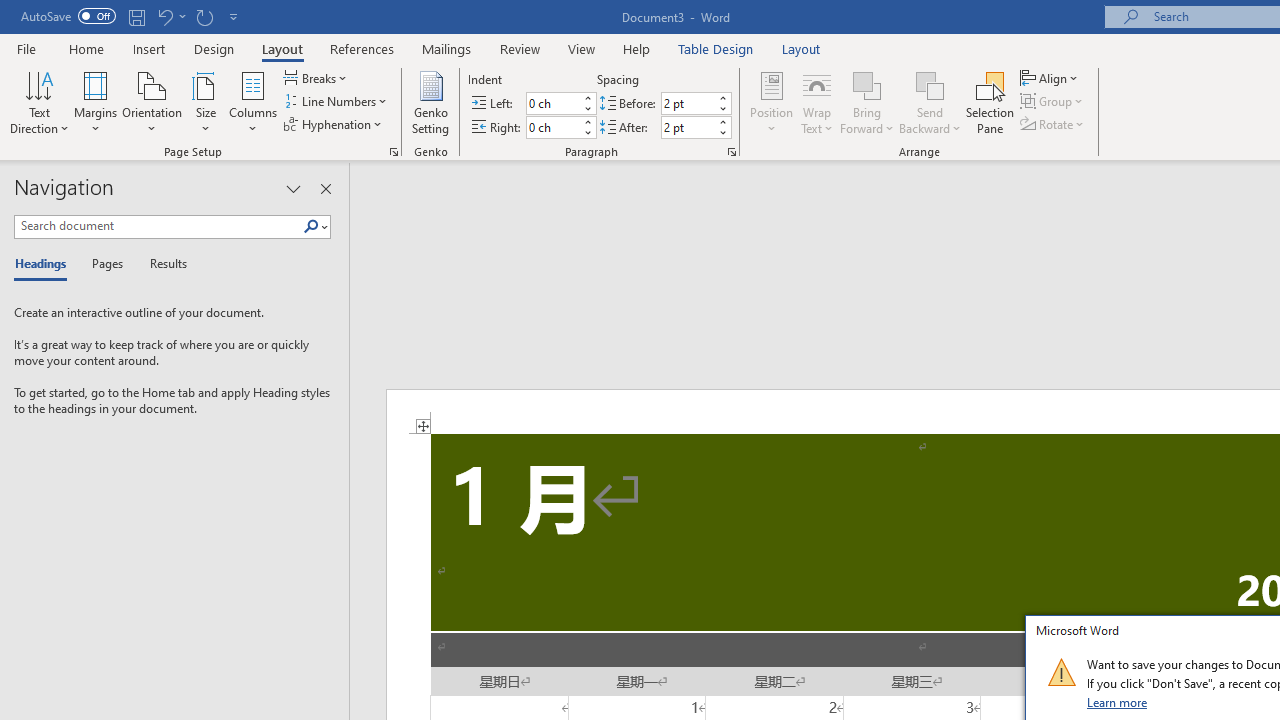 This screenshot has height=720, width=1280. I want to click on 'Align', so click(1050, 77).